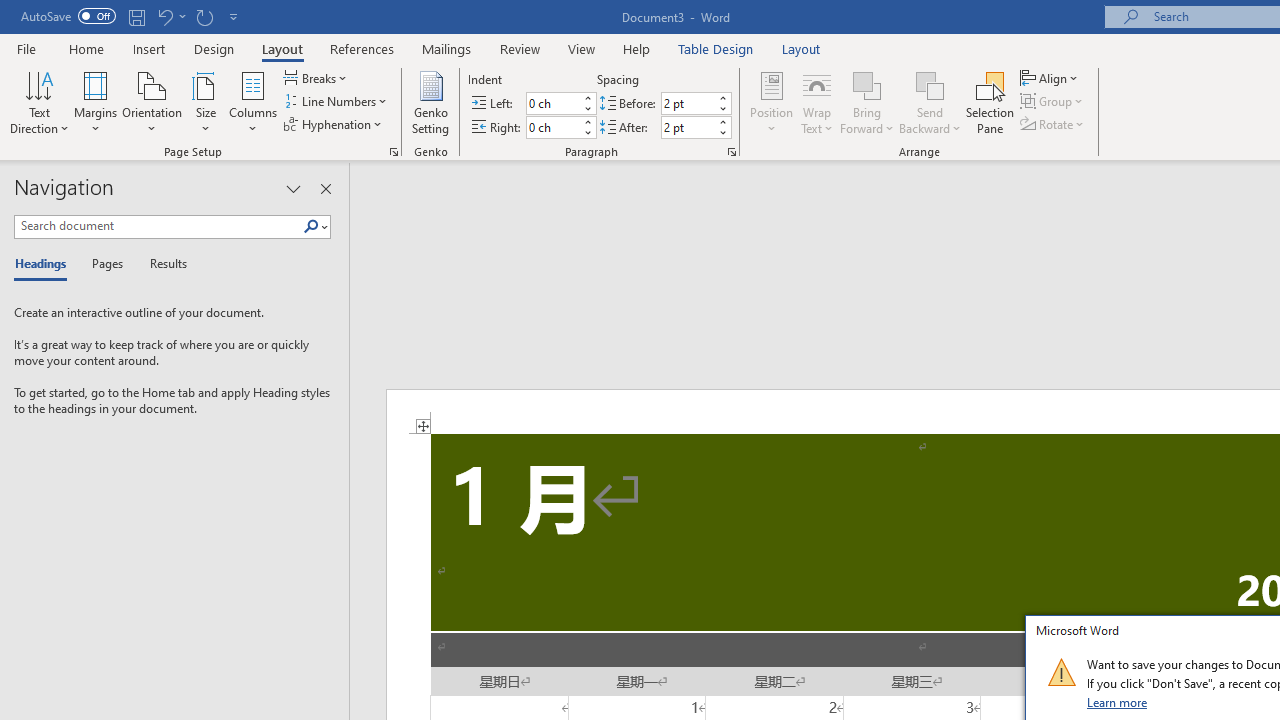 This screenshot has height=720, width=1280. I want to click on 'Align', so click(1050, 77).